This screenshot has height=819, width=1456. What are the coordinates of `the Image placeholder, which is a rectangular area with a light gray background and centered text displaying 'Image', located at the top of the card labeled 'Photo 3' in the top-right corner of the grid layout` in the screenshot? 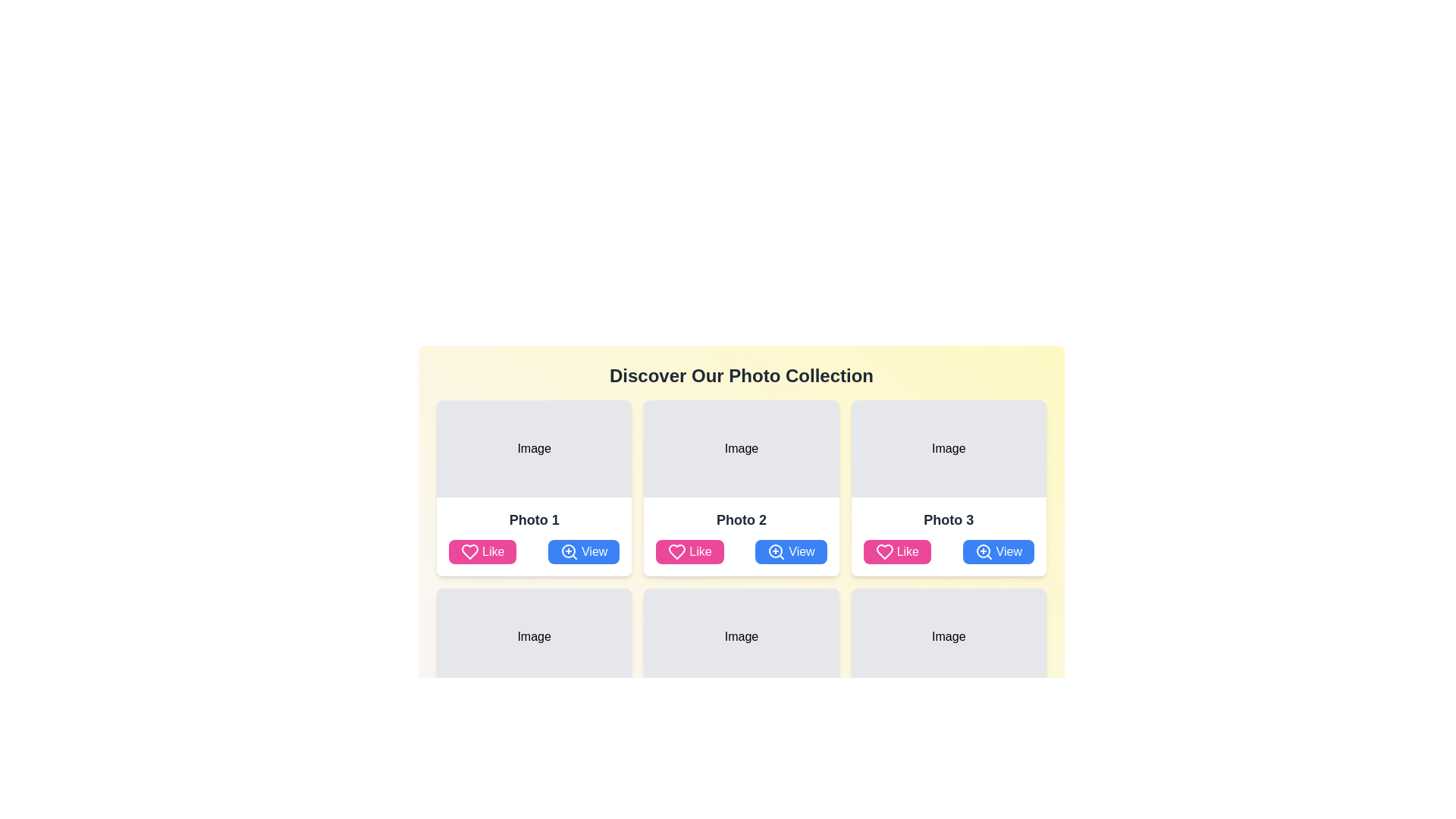 It's located at (948, 447).